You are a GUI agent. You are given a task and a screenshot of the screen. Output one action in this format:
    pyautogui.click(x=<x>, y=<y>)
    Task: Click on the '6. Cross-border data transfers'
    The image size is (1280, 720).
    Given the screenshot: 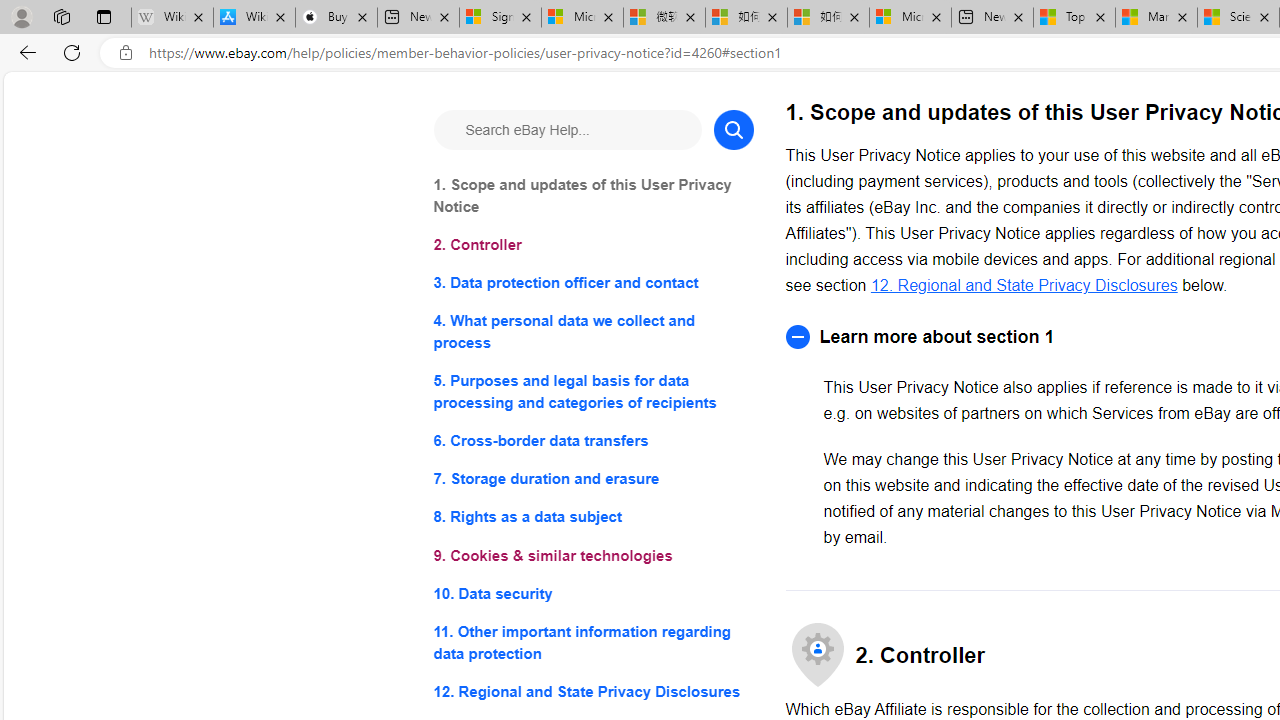 What is the action you would take?
    pyautogui.click(x=592, y=440)
    